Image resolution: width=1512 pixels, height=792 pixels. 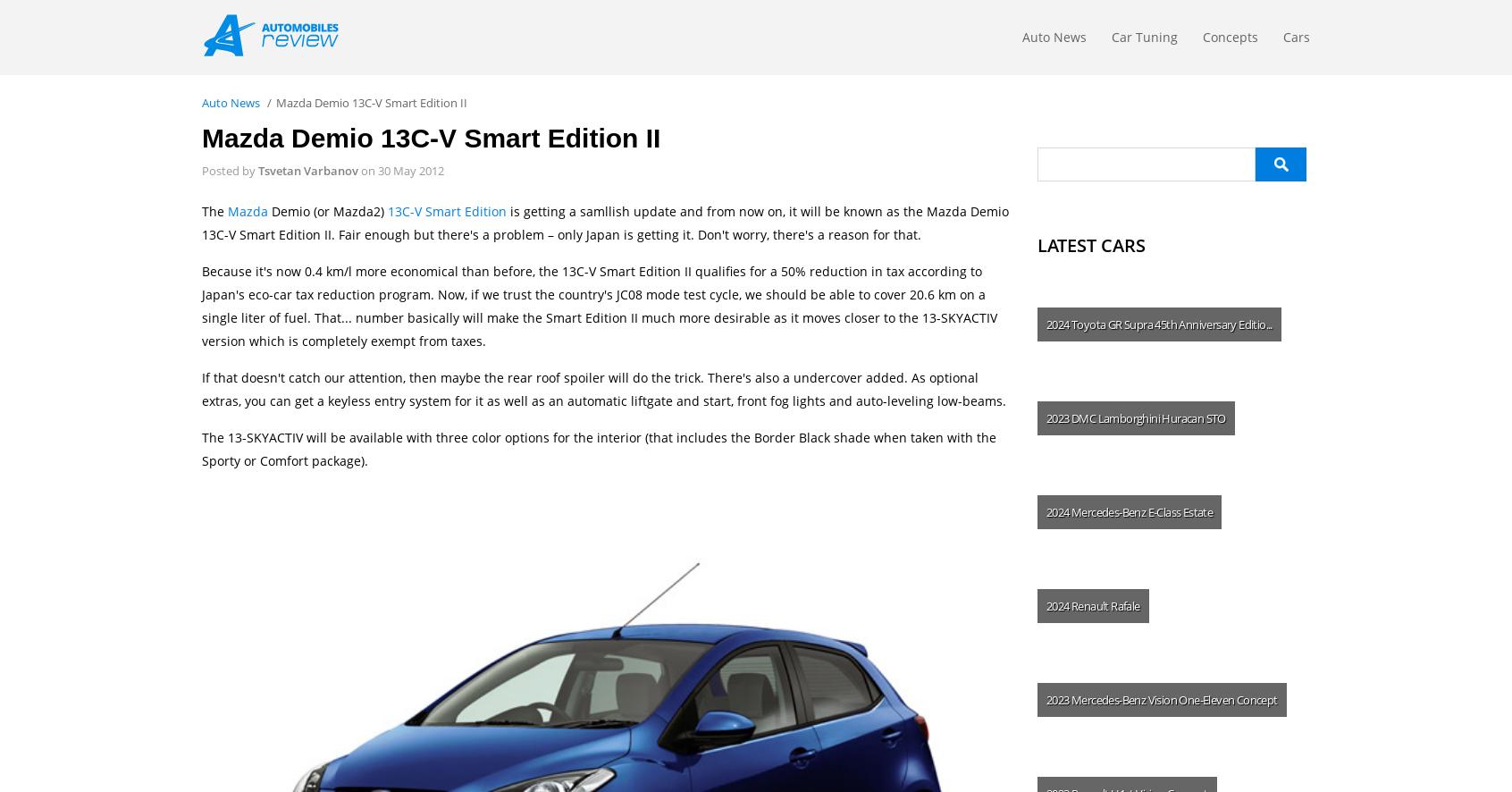 I want to click on 'Mercedes-Benz E-Class Estate', so click(x=1140, y=511).